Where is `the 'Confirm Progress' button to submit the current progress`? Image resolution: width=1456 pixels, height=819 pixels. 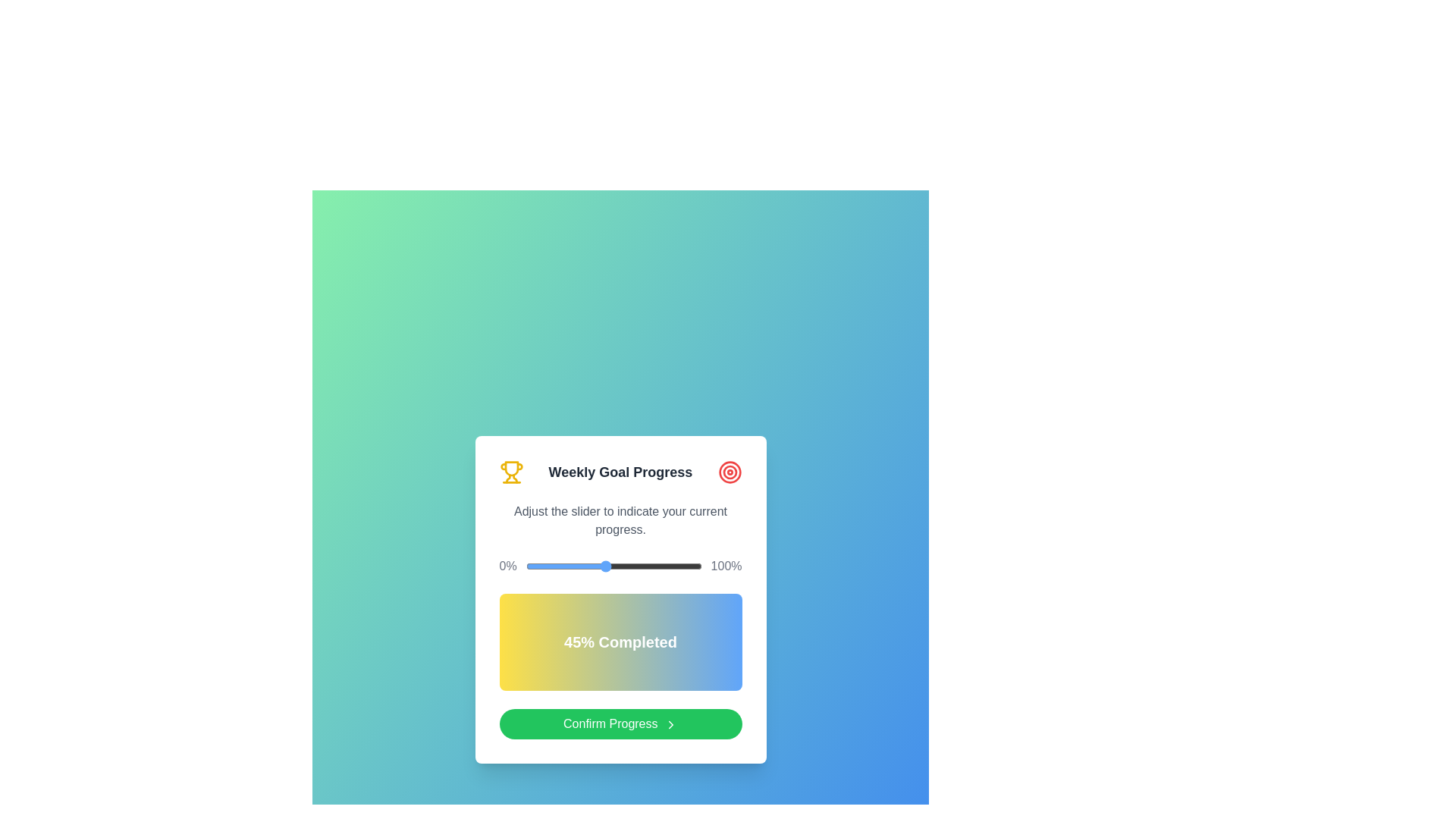 the 'Confirm Progress' button to submit the current progress is located at coordinates (620, 723).